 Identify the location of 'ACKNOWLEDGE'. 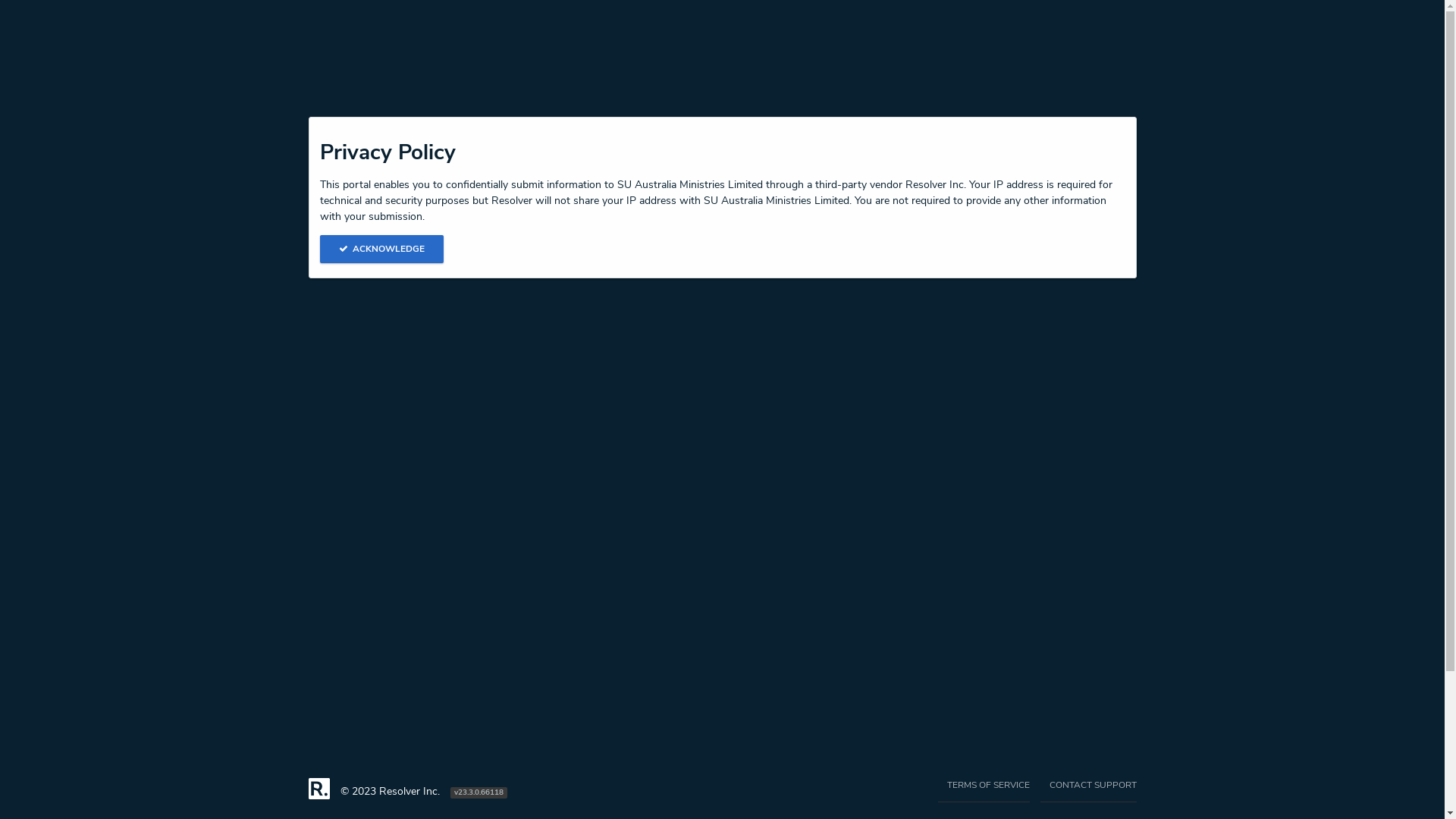
(382, 248).